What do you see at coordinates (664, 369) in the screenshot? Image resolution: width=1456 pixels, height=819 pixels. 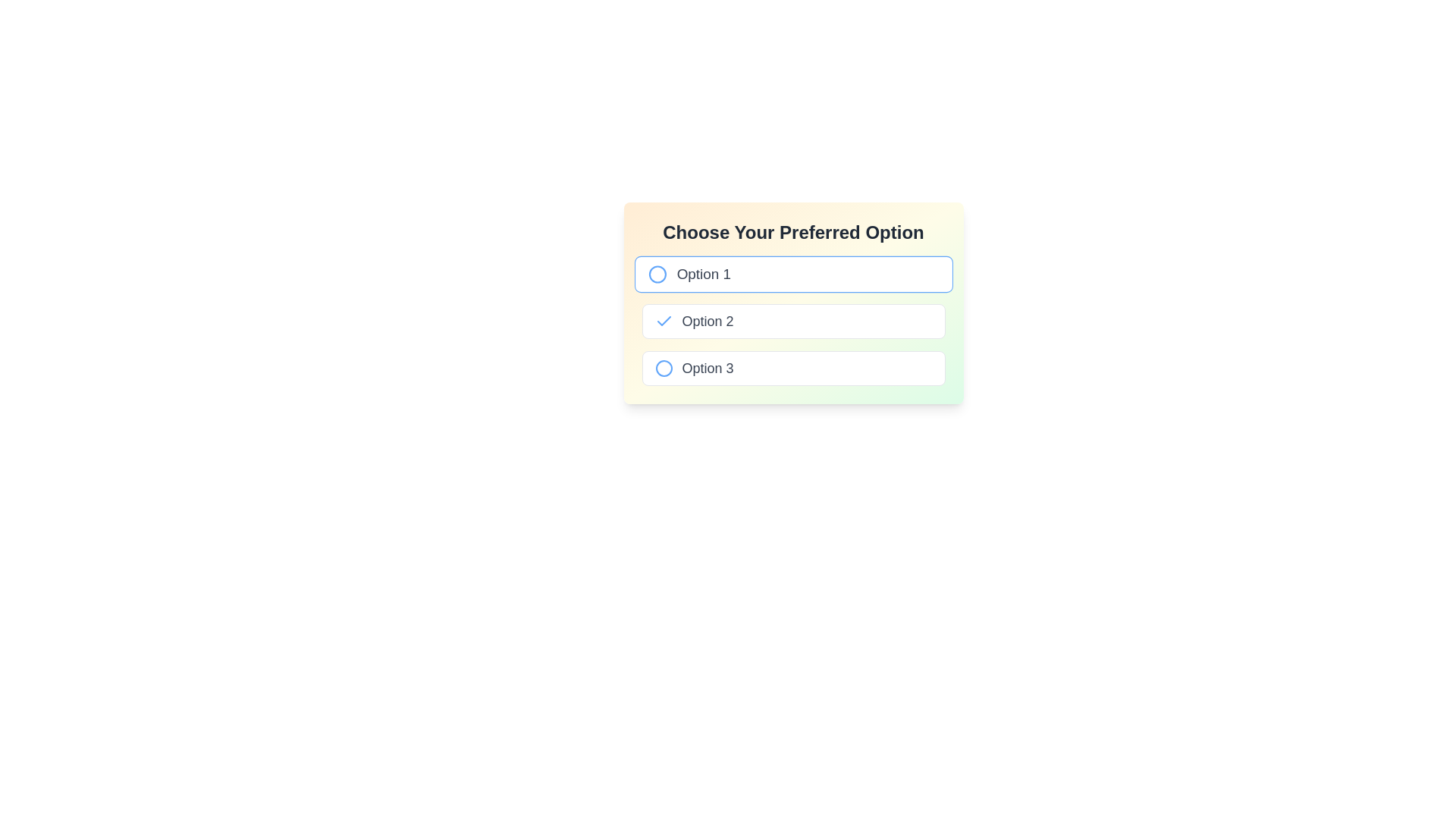 I see `the radio button indicator for the third option labeled 'Option 3' in the multiple-choice selection list` at bounding box center [664, 369].